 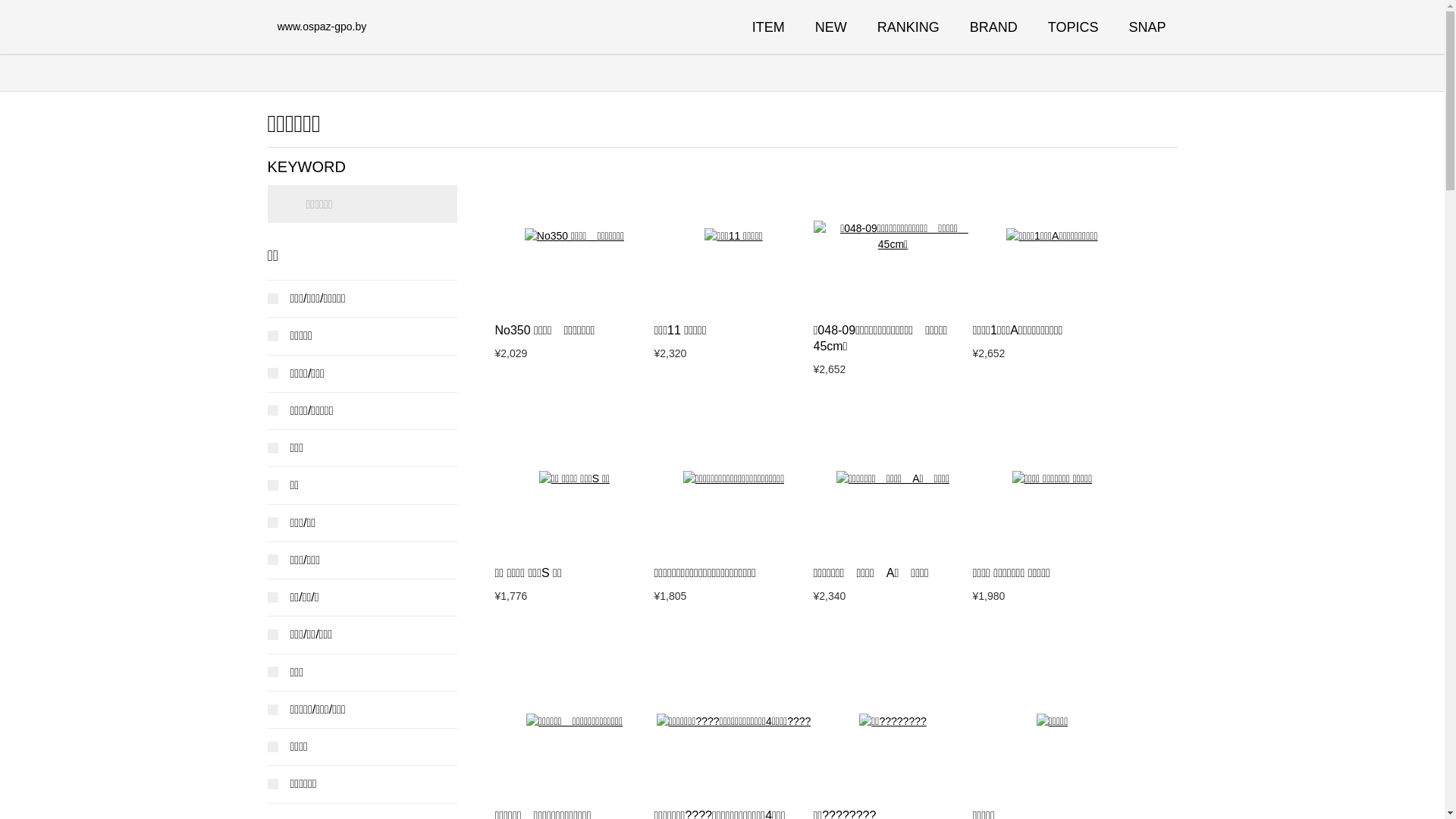 What do you see at coordinates (908, 27) in the screenshot?
I see `'RANKING'` at bounding box center [908, 27].